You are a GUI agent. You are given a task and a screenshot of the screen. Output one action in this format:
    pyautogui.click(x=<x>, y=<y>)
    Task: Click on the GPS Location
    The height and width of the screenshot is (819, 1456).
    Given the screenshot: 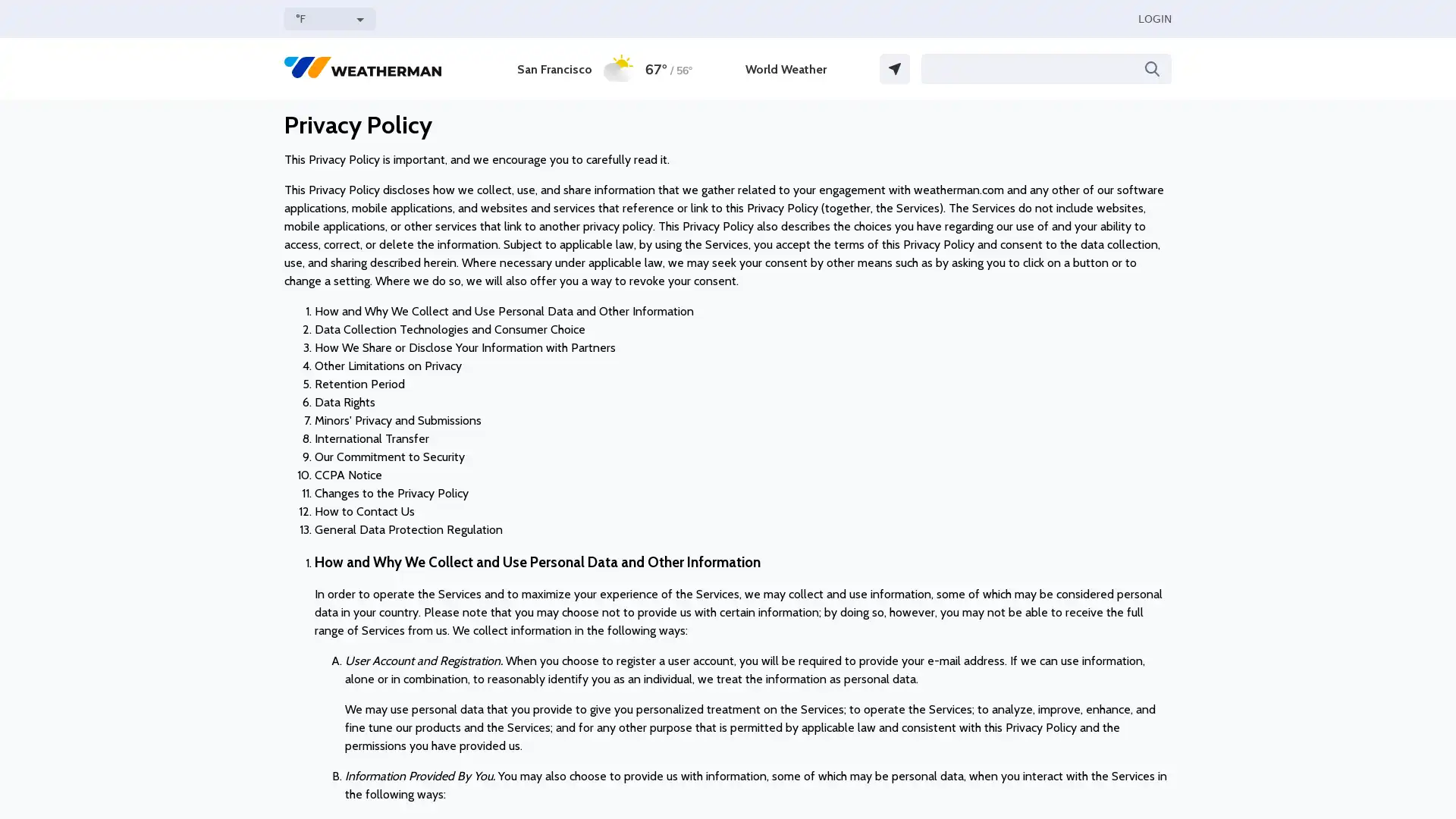 What is the action you would take?
    pyautogui.click(x=895, y=69)
    